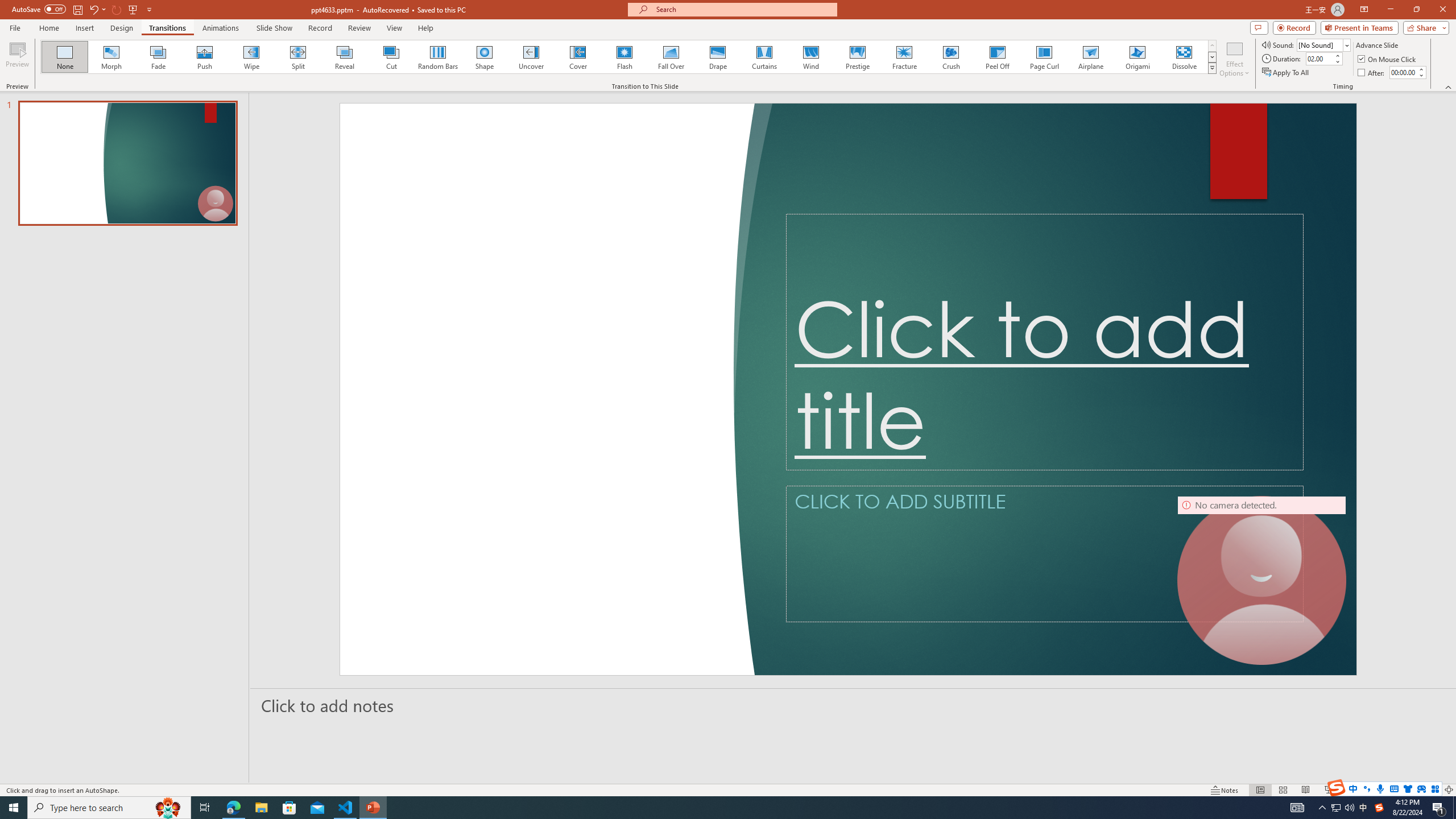 The width and height of the screenshot is (1456, 819). What do you see at coordinates (717, 56) in the screenshot?
I see `'Drape'` at bounding box center [717, 56].